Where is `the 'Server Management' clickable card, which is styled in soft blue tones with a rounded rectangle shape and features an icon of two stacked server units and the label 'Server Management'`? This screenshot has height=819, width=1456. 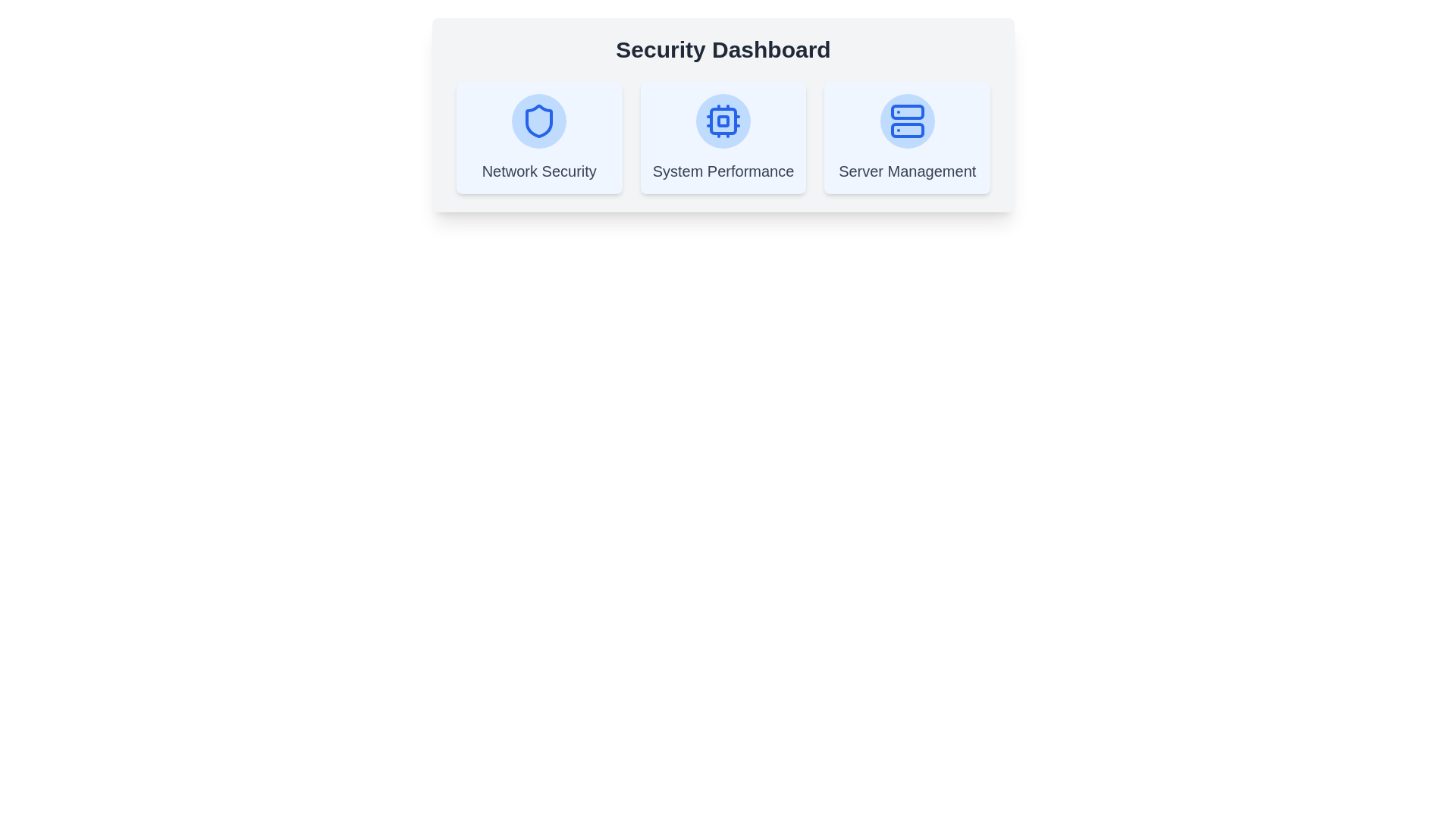 the 'Server Management' clickable card, which is styled in soft blue tones with a rounded rectangle shape and features an icon of two stacked server units and the label 'Server Management' is located at coordinates (907, 137).